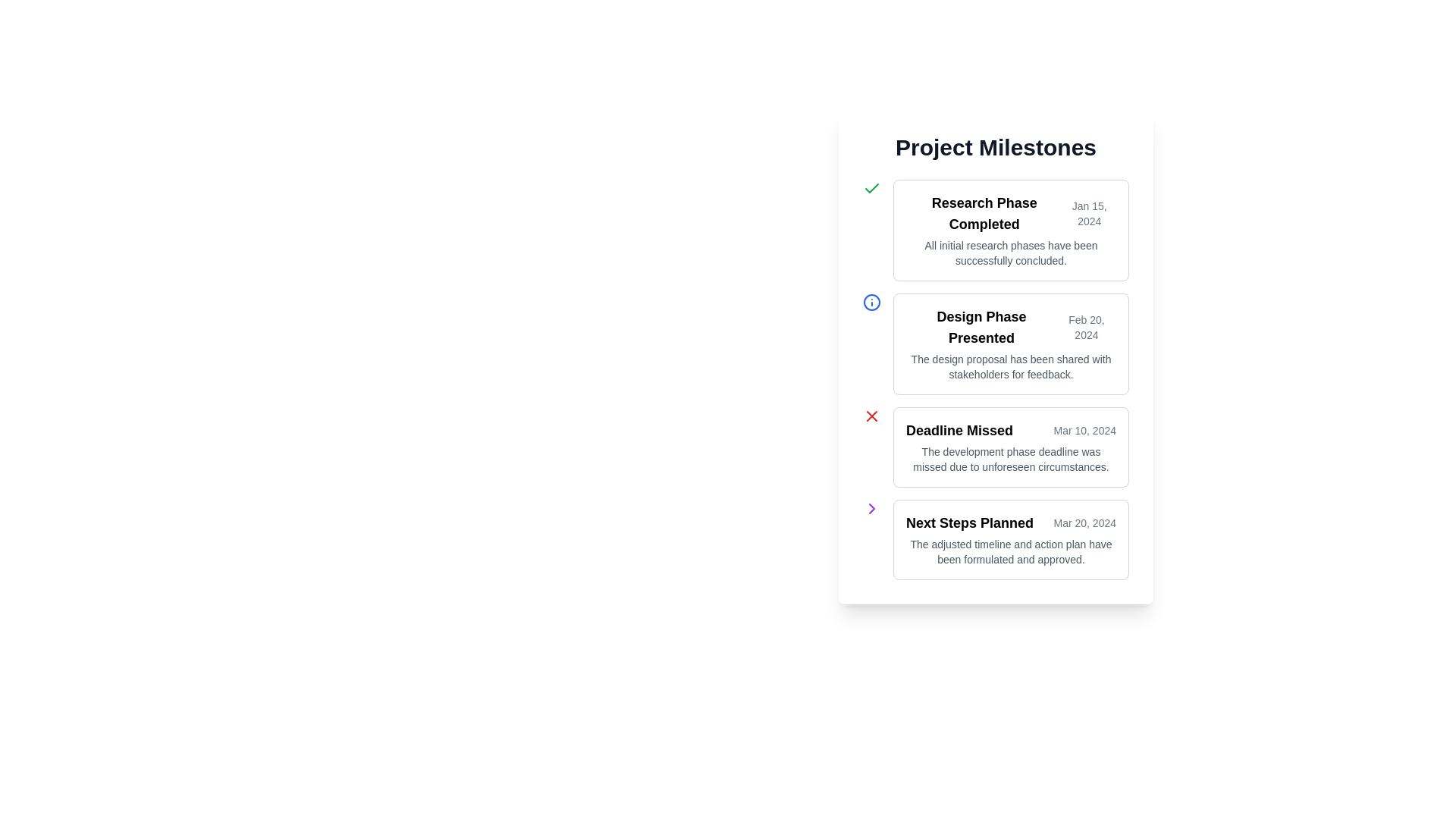 This screenshot has height=819, width=1456. What do you see at coordinates (872, 187) in the screenshot?
I see `the green checkmark icon indicating a completed state, located to the left of the 'Research Phase Completed' title` at bounding box center [872, 187].